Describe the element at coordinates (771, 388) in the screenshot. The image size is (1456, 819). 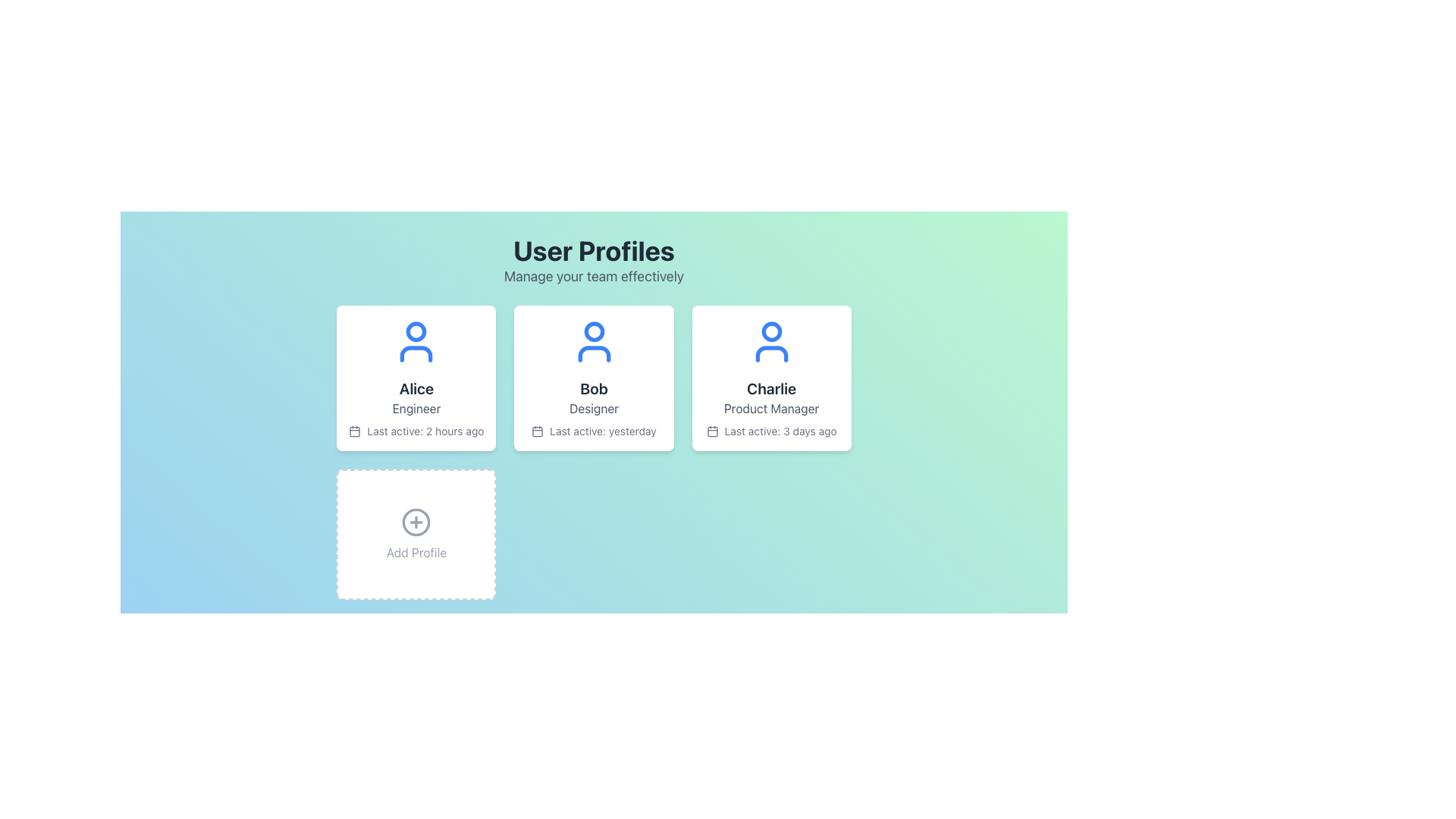
I see `the text 'Charlie'` at that location.